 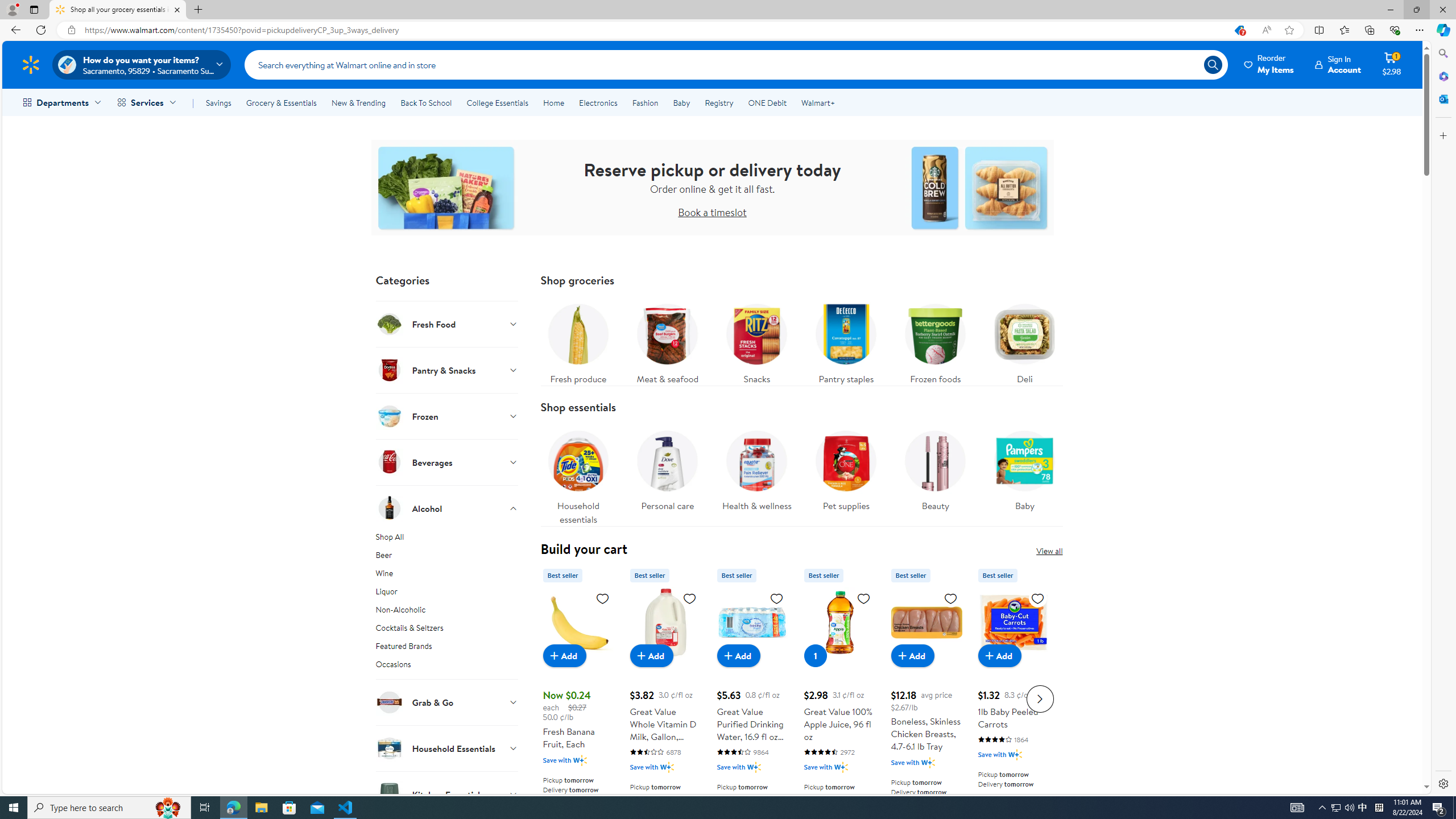 What do you see at coordinates (446, 539) in the screenshot?
I see `'Shop All'` at bounding box center [446, 539].